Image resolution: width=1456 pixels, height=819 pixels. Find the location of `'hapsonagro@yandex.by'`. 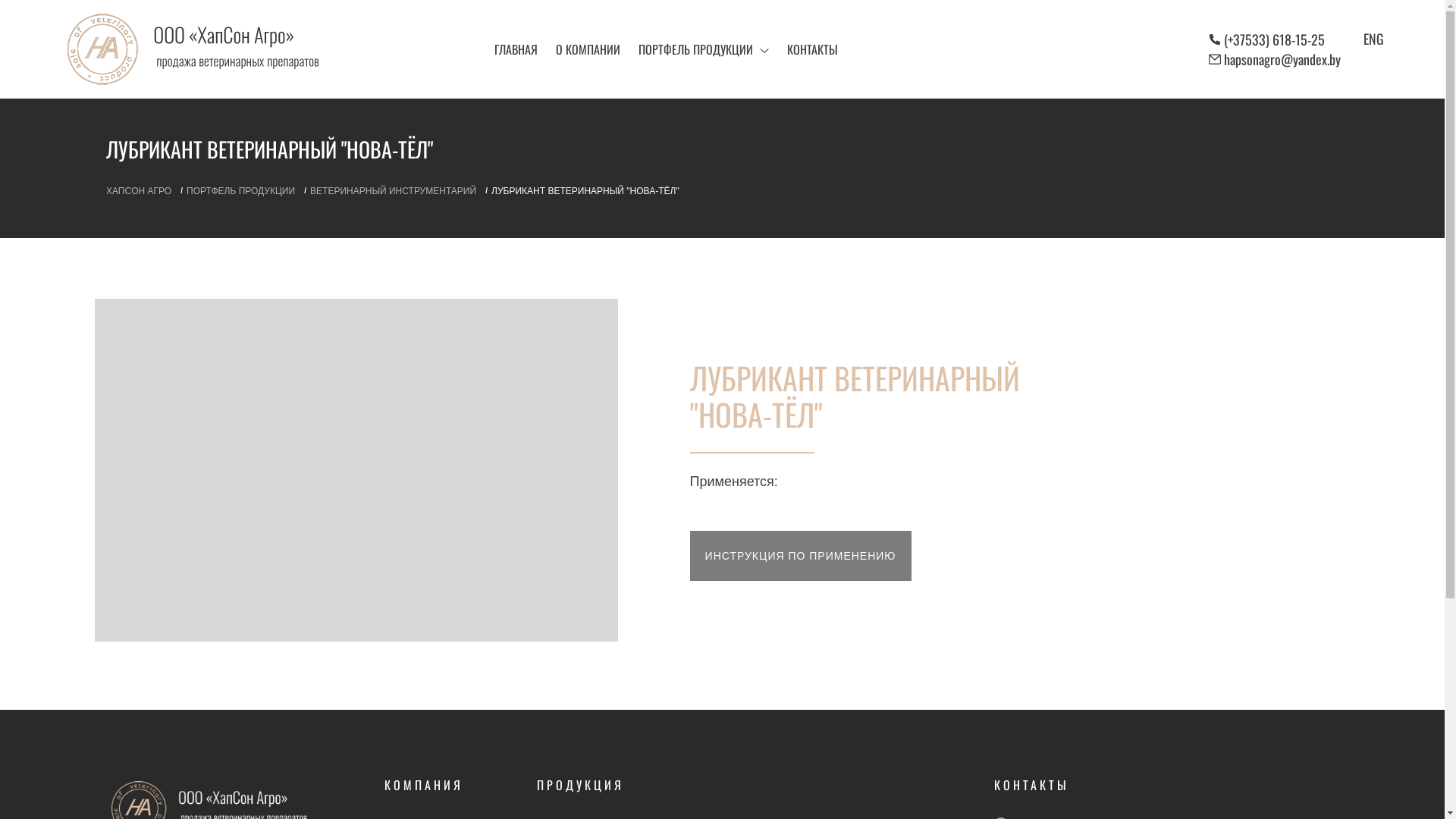

'hapsonagro@yandex.by' is located at coordinates (1281, 58).